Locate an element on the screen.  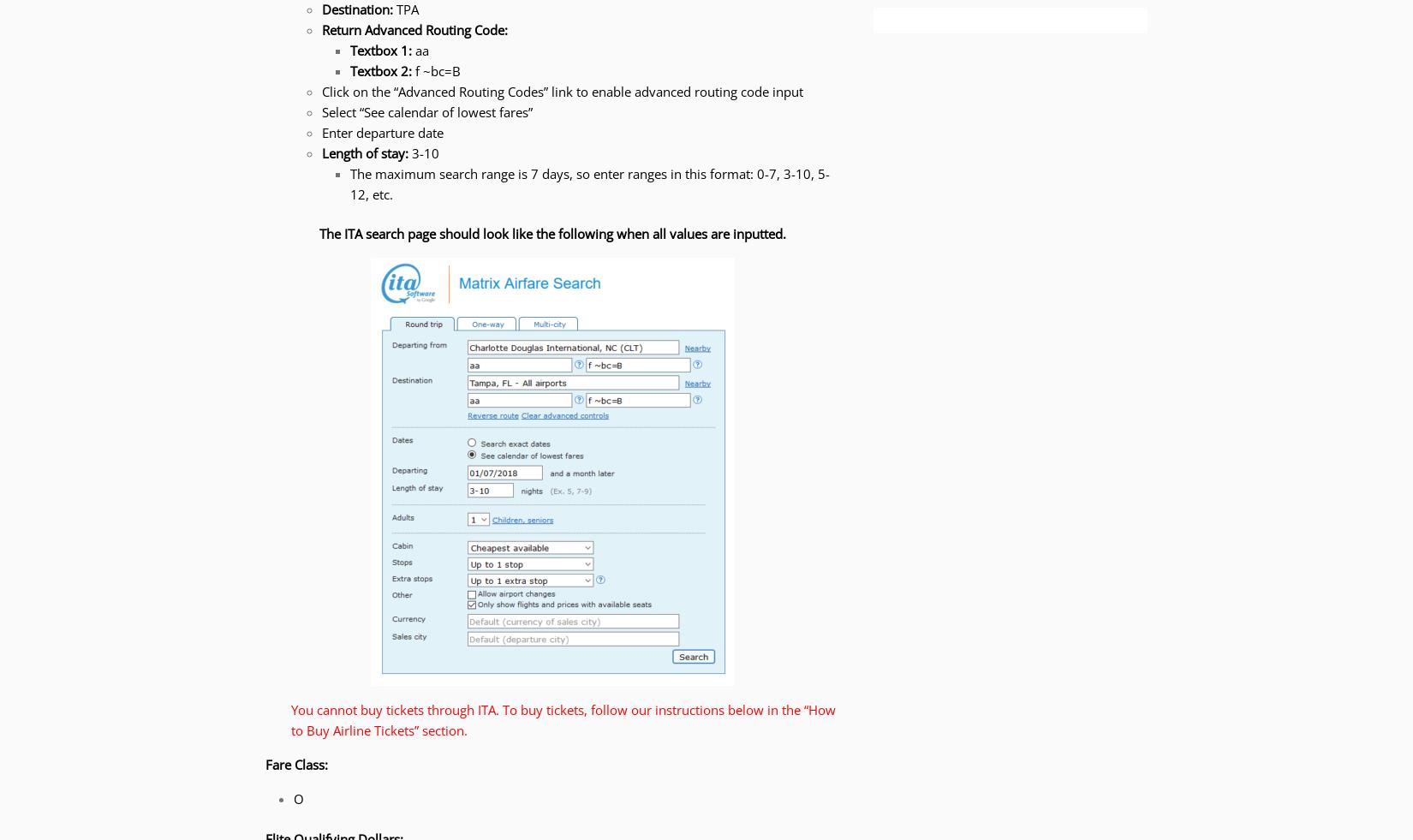
'Select “See calendar of lowest fares”' is located at coordinates (426, 110).